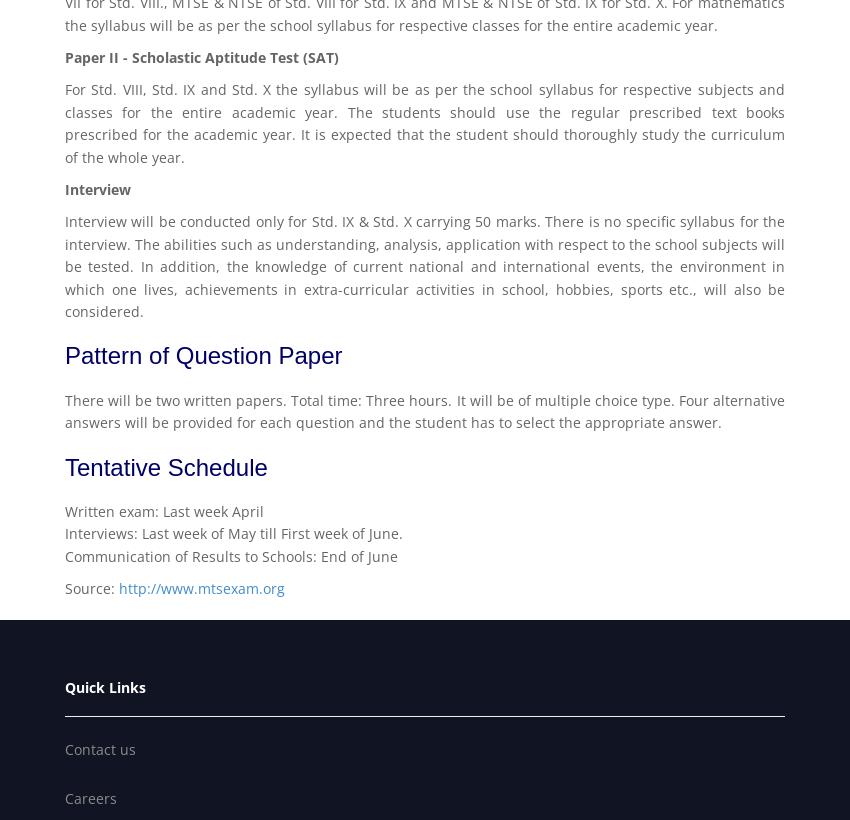 The width and height of the screenshot is (850, 820). Describe the element at coordinates (65, 57) in the screenshot. I see `'Paper II - Scholastic Aptitude Test (SAT)'` at that location.